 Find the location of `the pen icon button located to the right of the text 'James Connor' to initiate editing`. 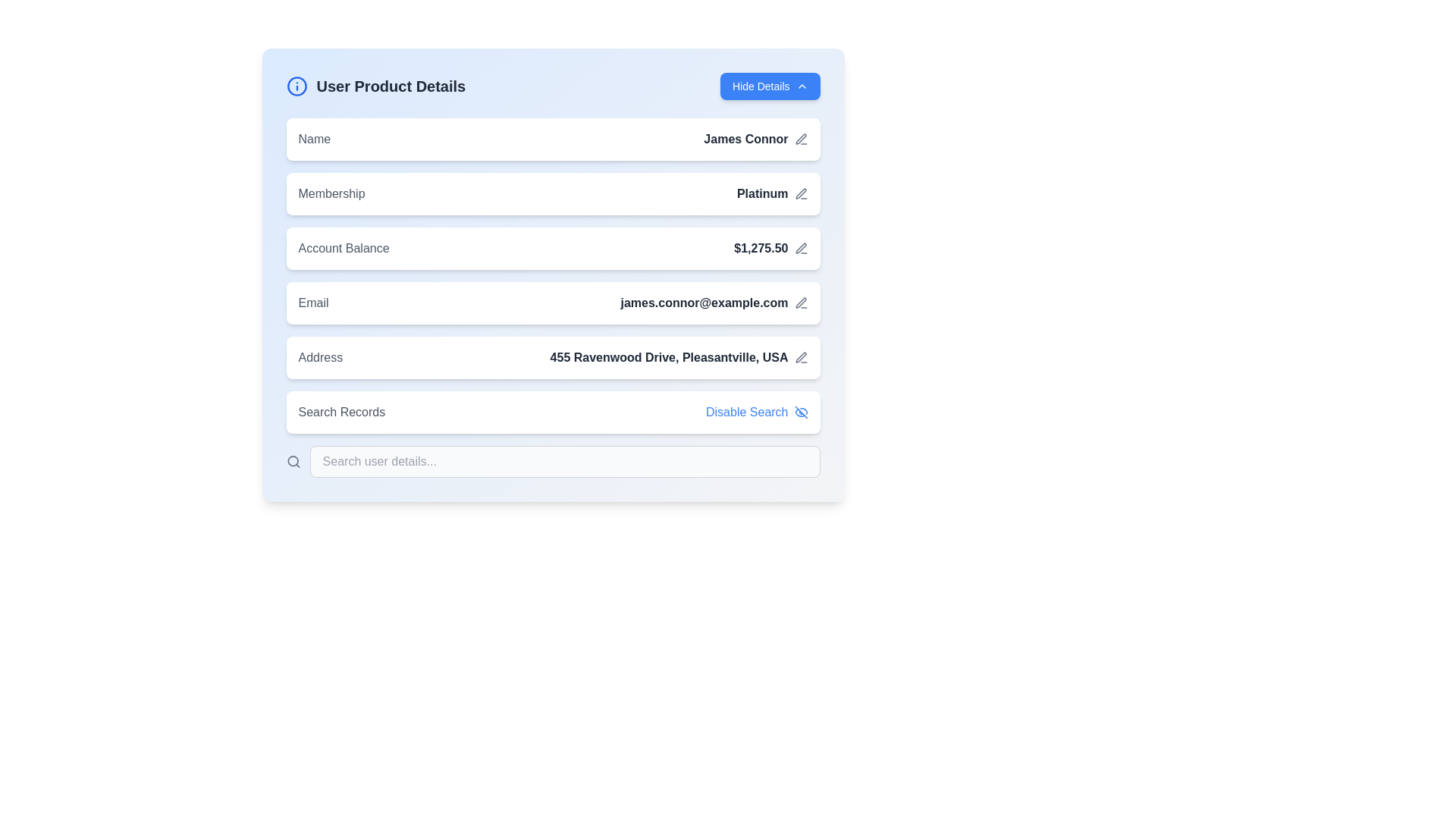

the pen icon button located to the right of the text 'James Connor' to initiate editing is located at coordinates (800, 140).